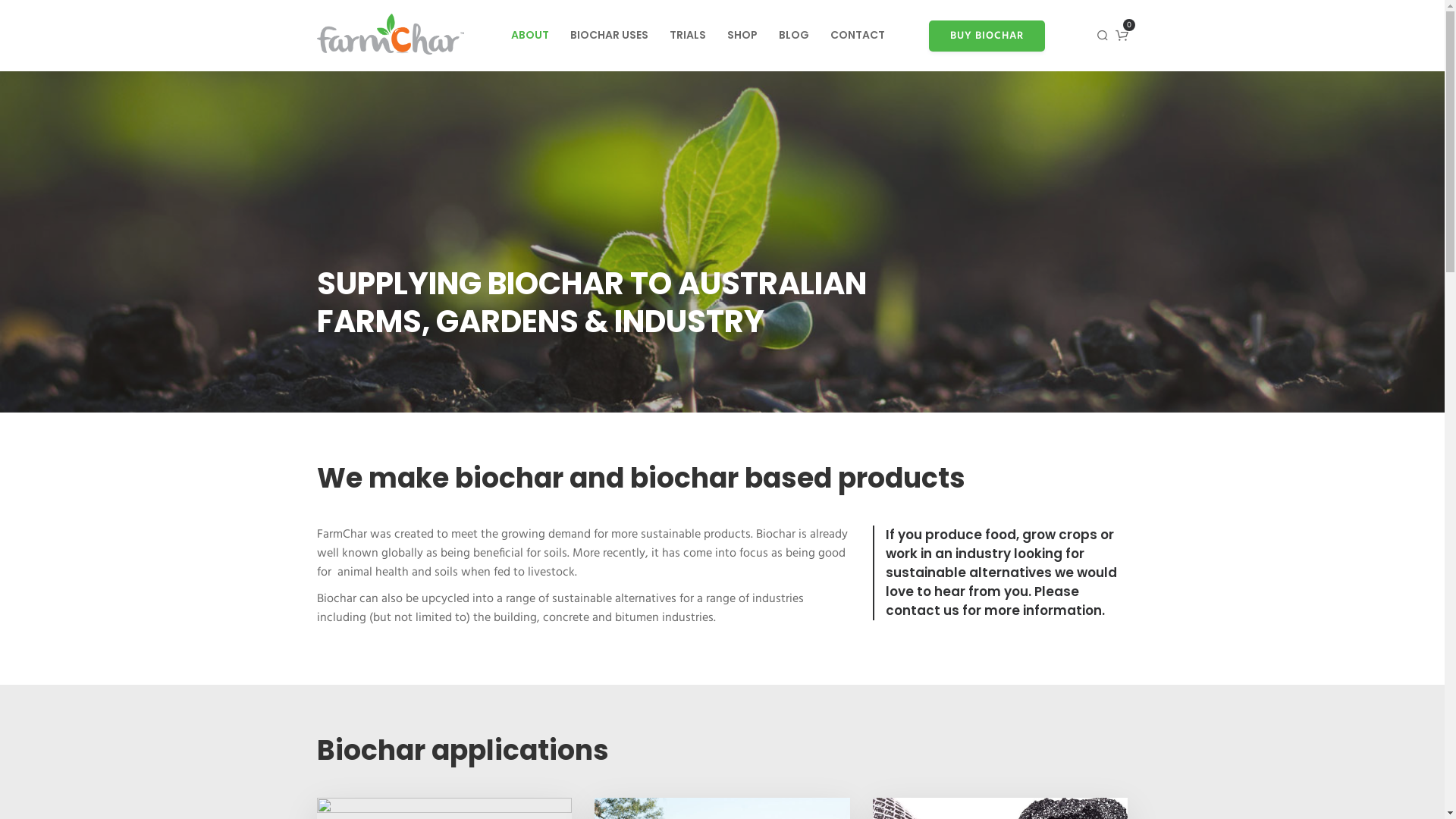 This screenshot has width=1456, height=819. What do you see at coordinates (986, 34) in the screenshot?
I see `'BUY BIOCHAR'` at bounding box center [986, 34].